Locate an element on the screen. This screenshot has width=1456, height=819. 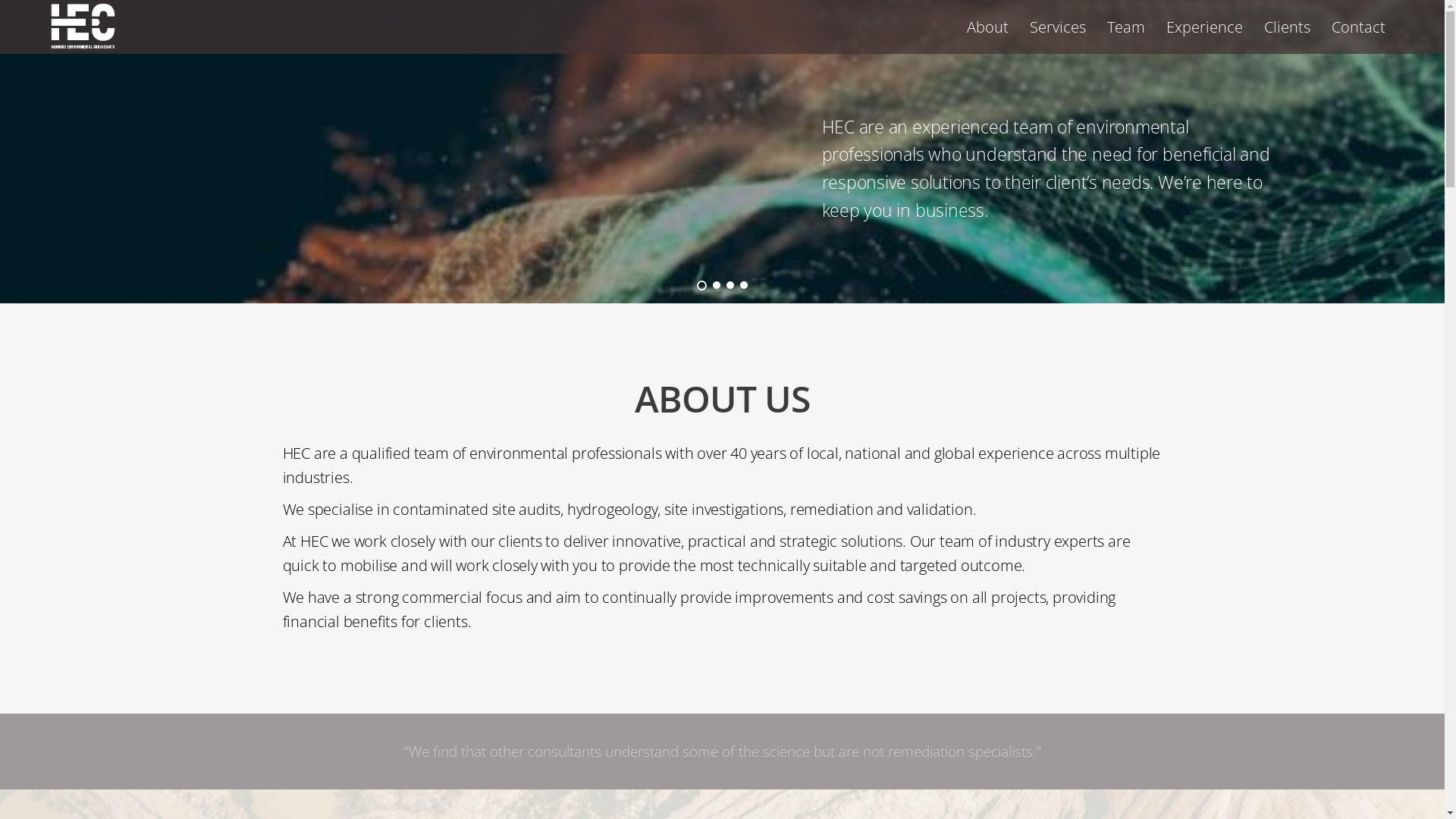
'About' is located at coordinates (956, 27).